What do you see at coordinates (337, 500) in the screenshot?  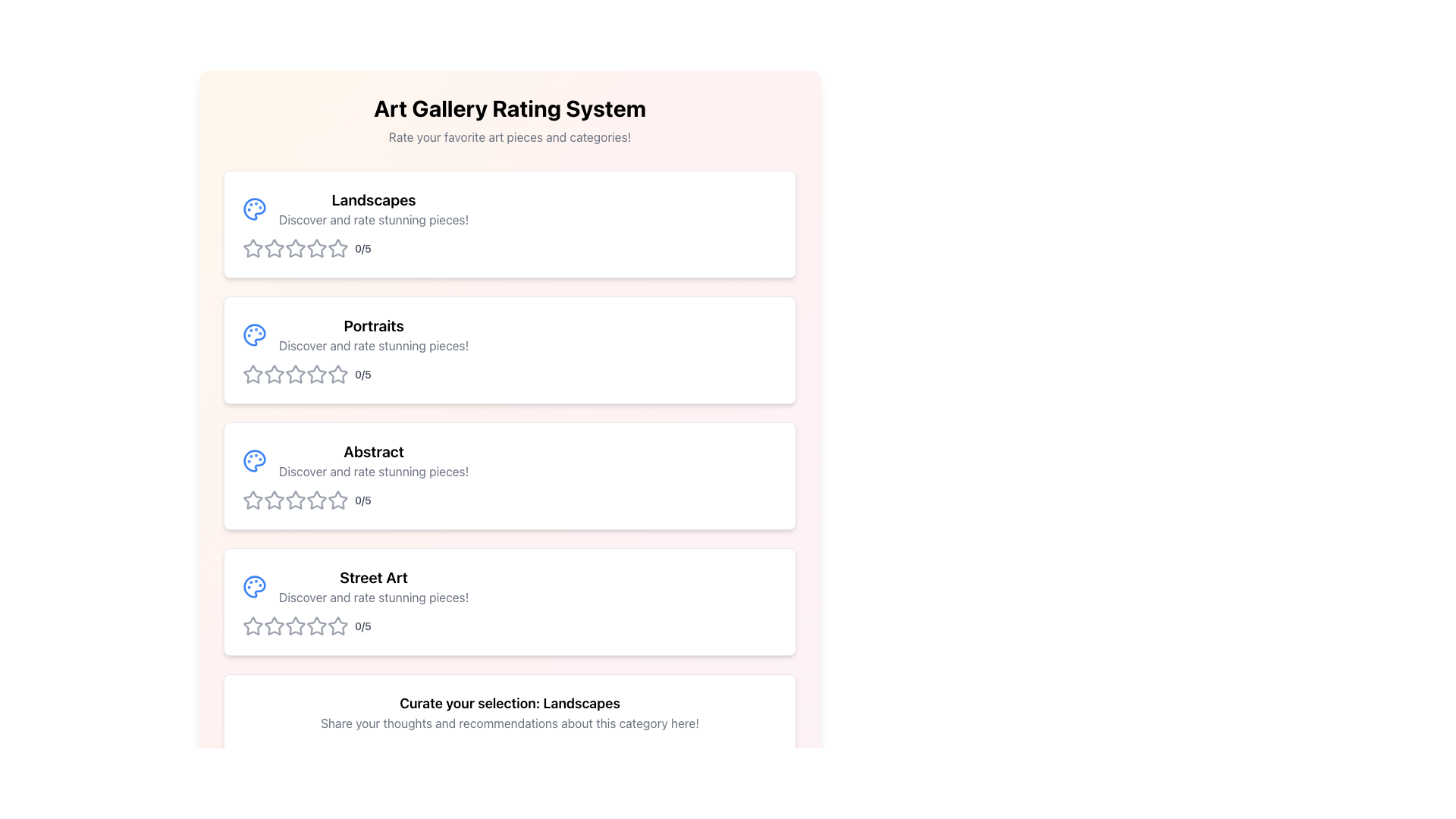 I see `the fifth star icon in the rating system for the 'Abstract' category to increase the rating by one star` at bounding box center [337, 500].